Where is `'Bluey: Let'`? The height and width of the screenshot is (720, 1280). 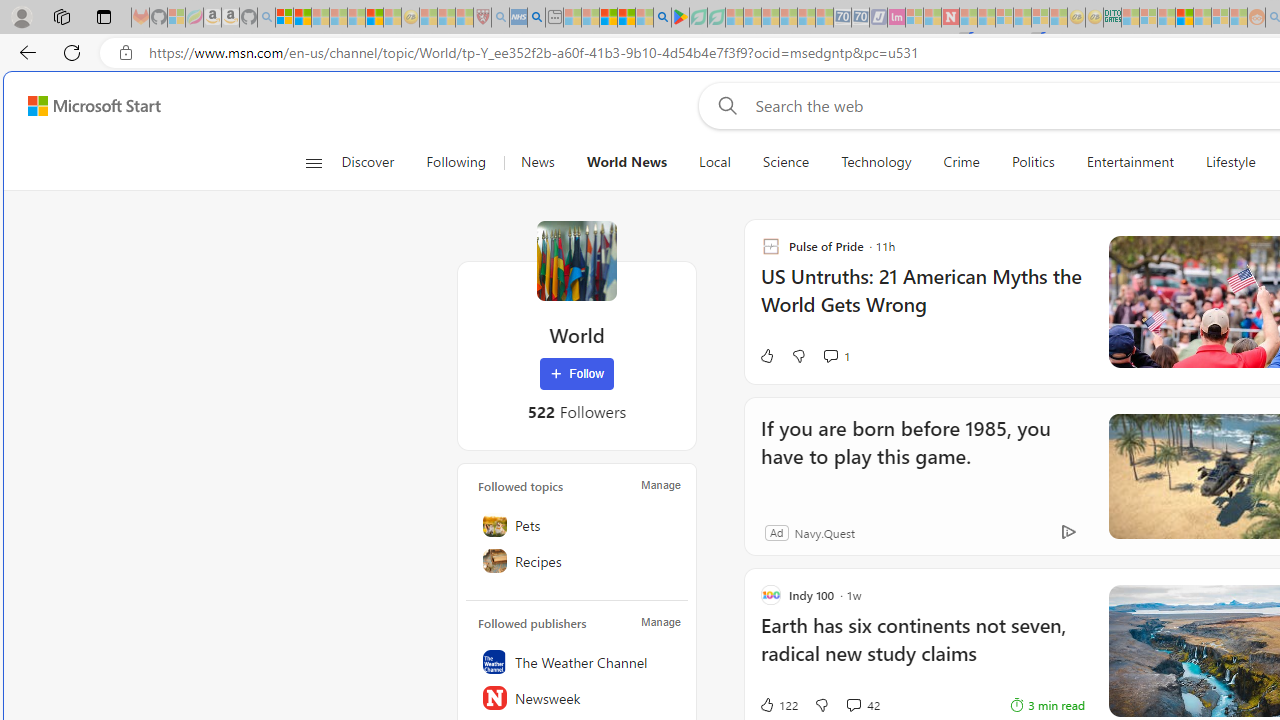 'Bluey: Let' is located at coordinates (680, 17).